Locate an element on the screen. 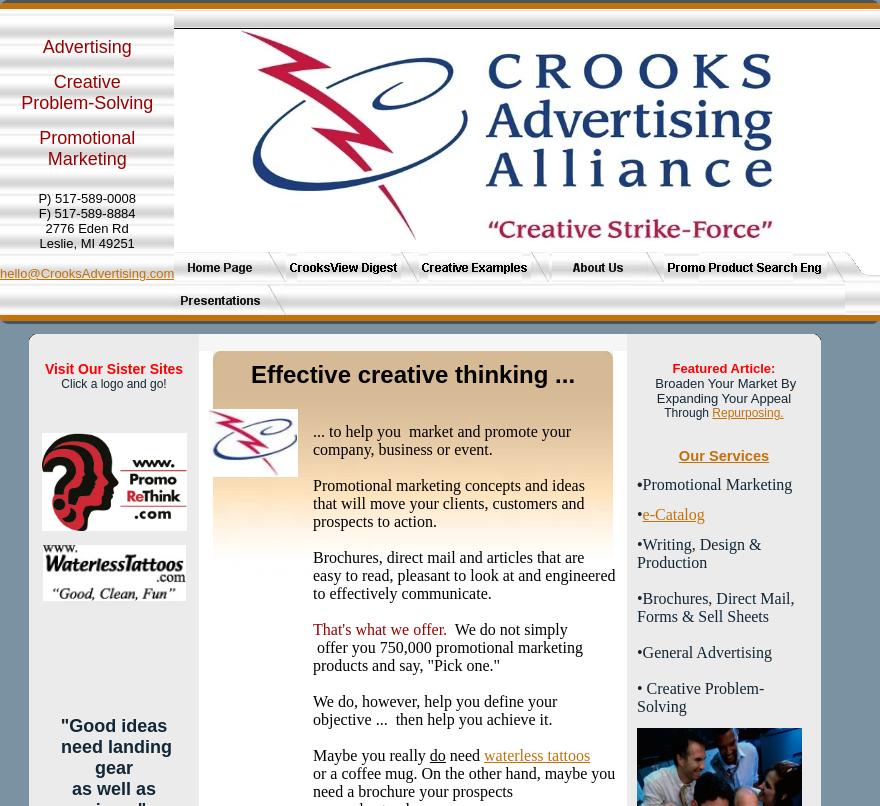 This screenshot has height=806, width=880. 'Brochures, direct mail and articles that are' is located at coordinates (447, 557).